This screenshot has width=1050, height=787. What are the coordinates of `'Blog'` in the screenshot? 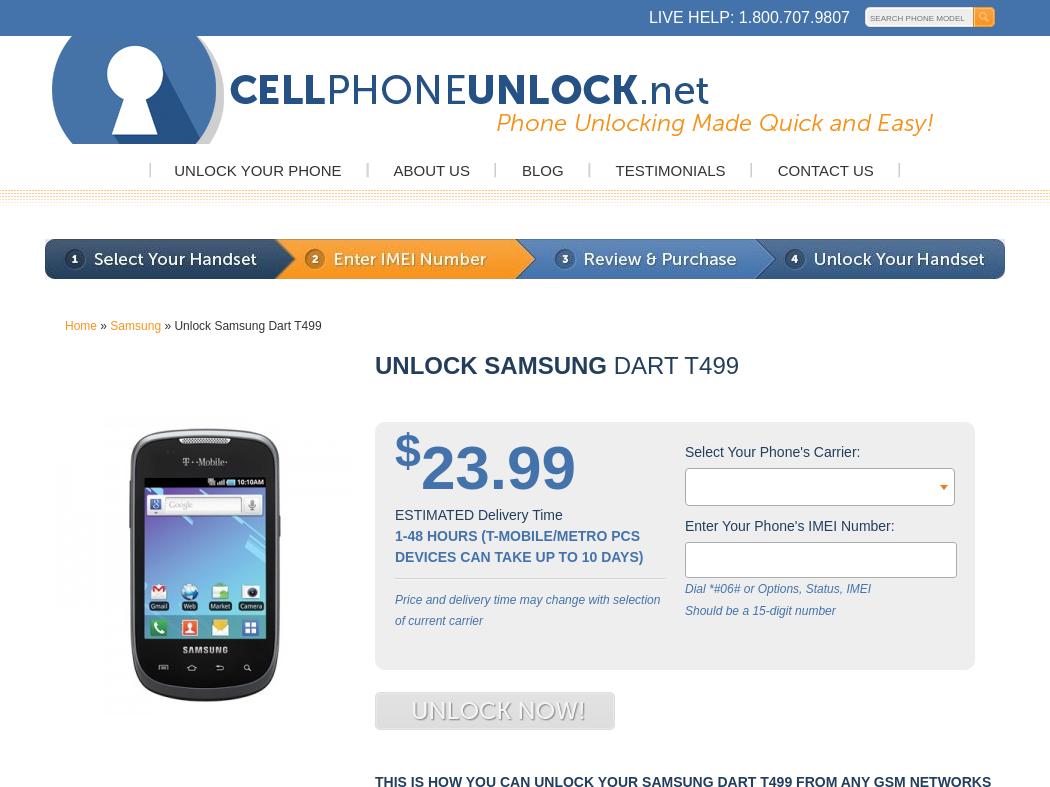 It's located at (542, 169).